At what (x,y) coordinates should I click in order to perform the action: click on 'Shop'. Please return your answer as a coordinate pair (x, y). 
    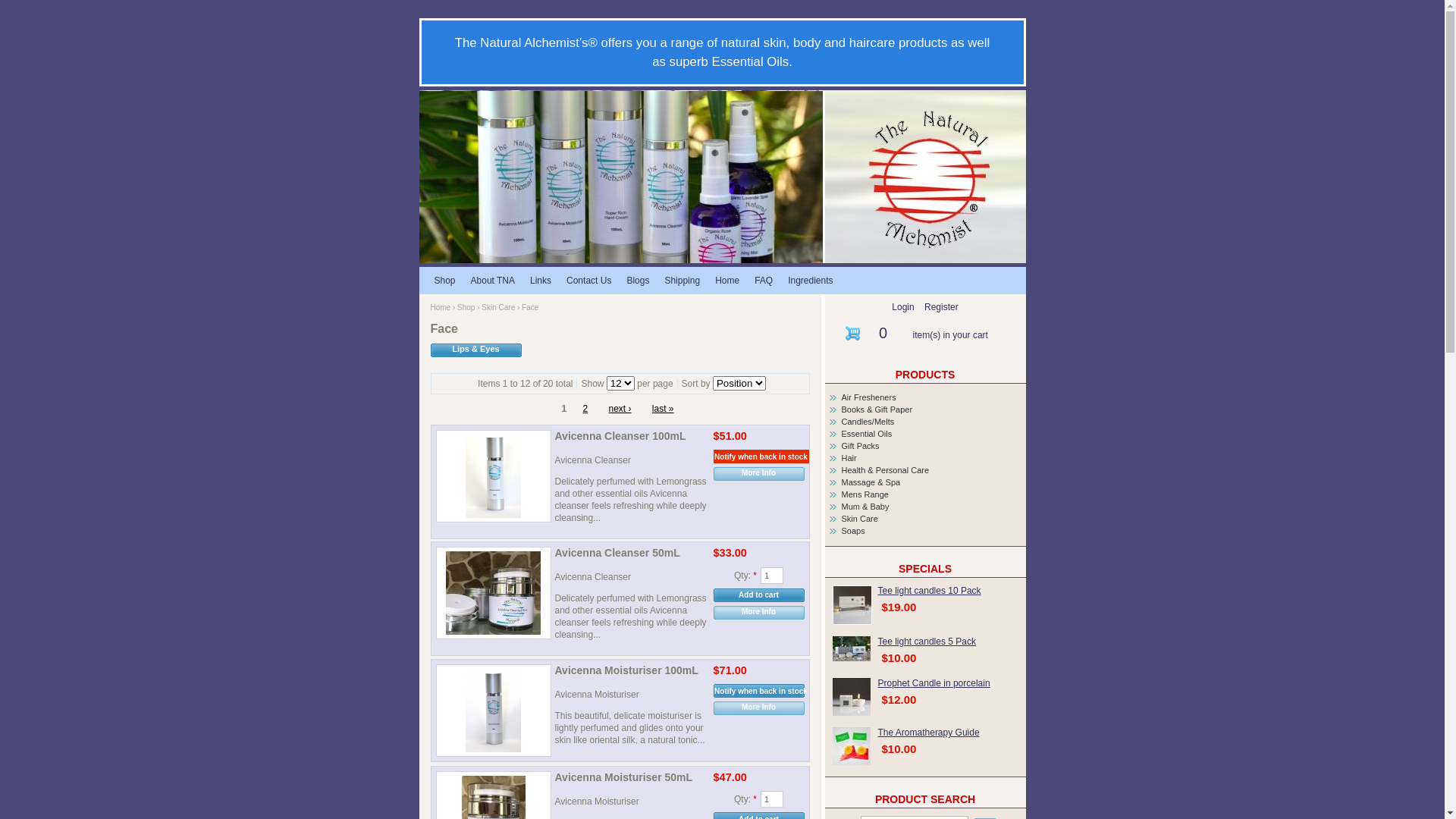
    Looking at the image, I should click on (443, 280).